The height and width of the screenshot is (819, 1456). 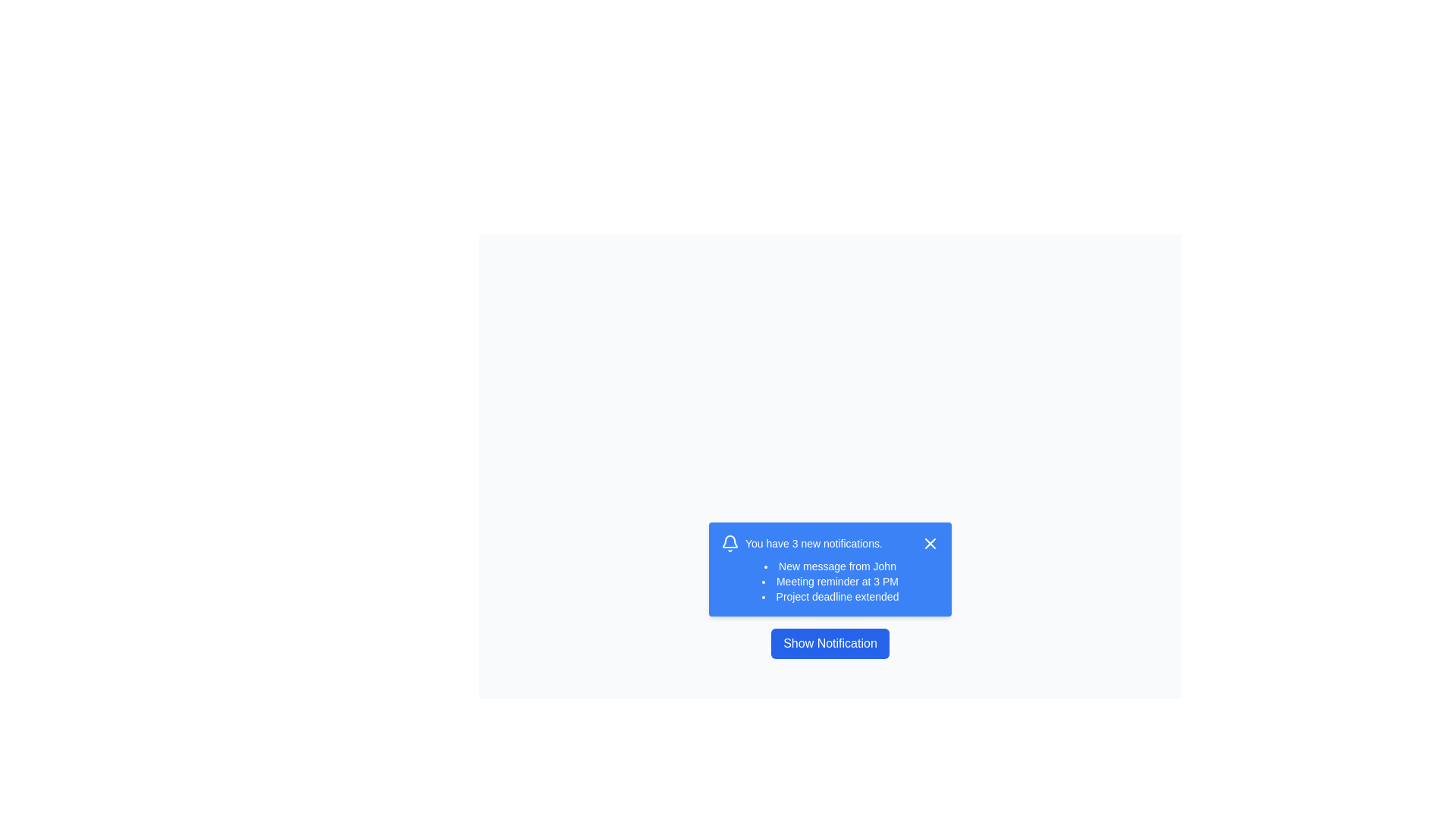 What do you see at coordinates (829, 581) in the screenshot?
I see `the non-interactive informational text that conveys a meeting reminder, positioned in the blue notification box between 'New message from John' and 'Project deadline extended'` at bounding box center [829, 581].